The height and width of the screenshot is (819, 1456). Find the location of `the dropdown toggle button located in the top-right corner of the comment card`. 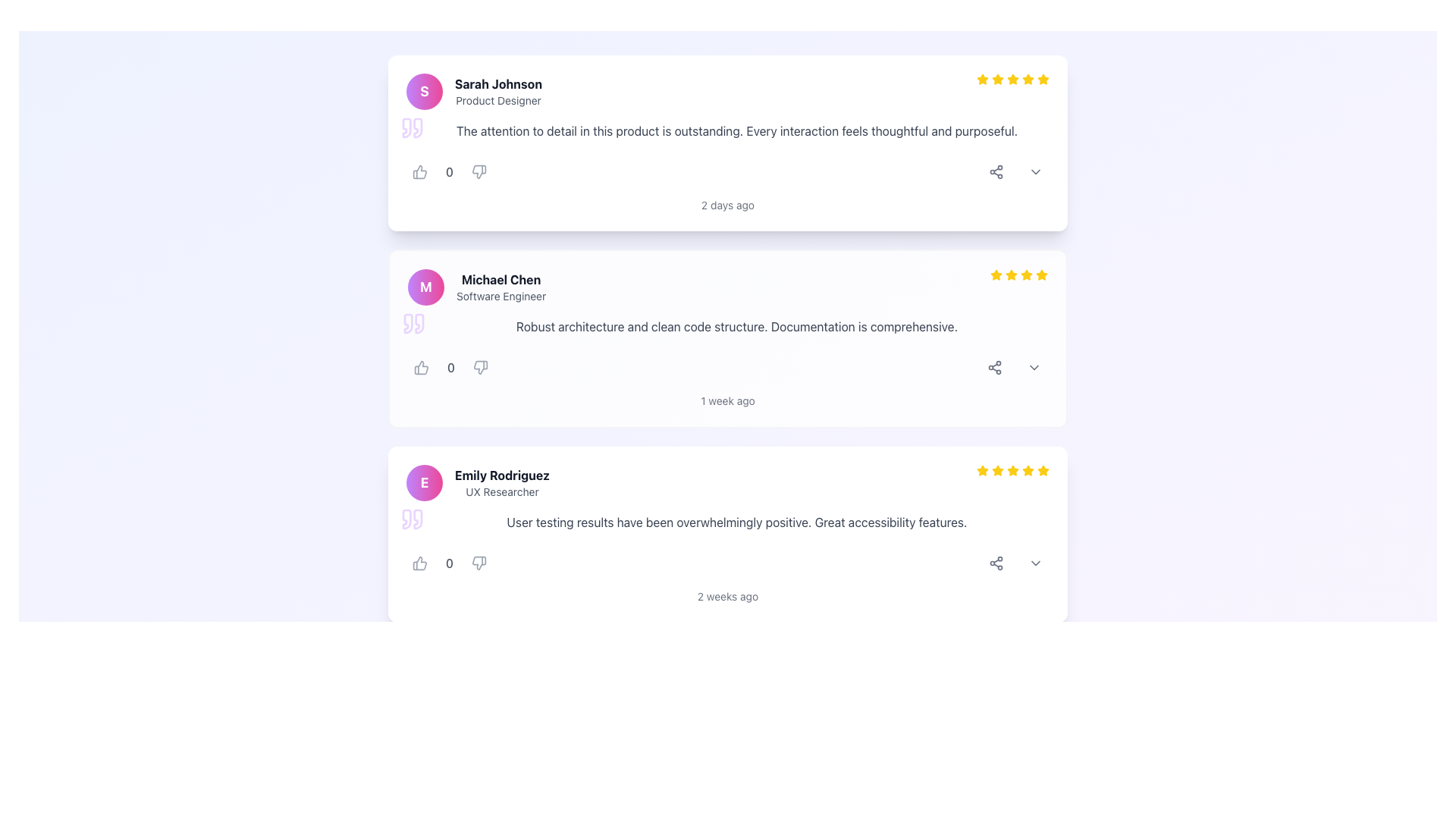

the dropdown toggle button located in the top-right corner of the comment card is located at coordinates (1033, 368).